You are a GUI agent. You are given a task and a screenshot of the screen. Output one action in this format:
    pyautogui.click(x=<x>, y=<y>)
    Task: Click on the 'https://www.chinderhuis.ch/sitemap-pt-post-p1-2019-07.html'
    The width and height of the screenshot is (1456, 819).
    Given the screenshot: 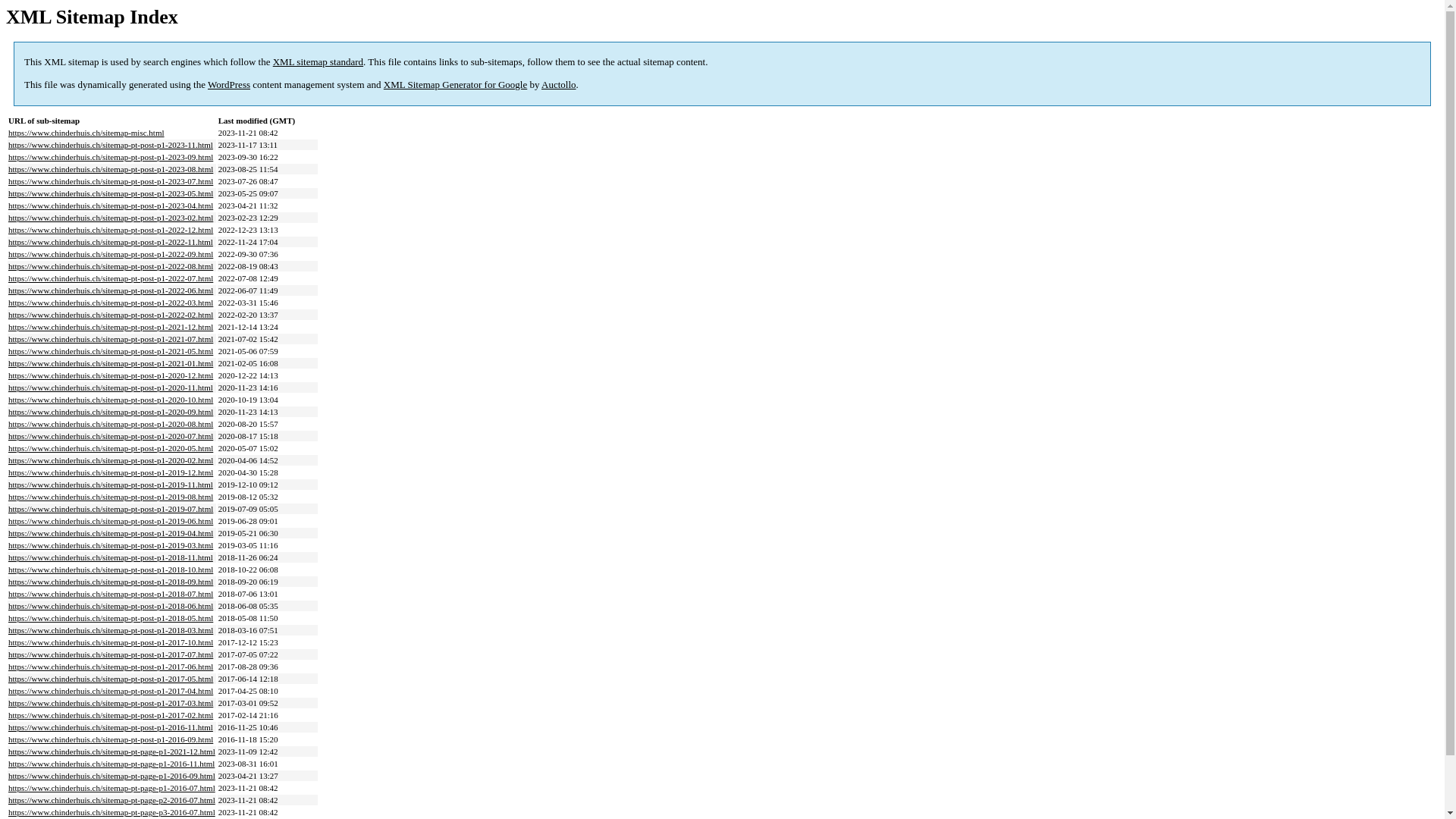 What is the action you would take?
    pyautogui.click(x=109, y=509)
    